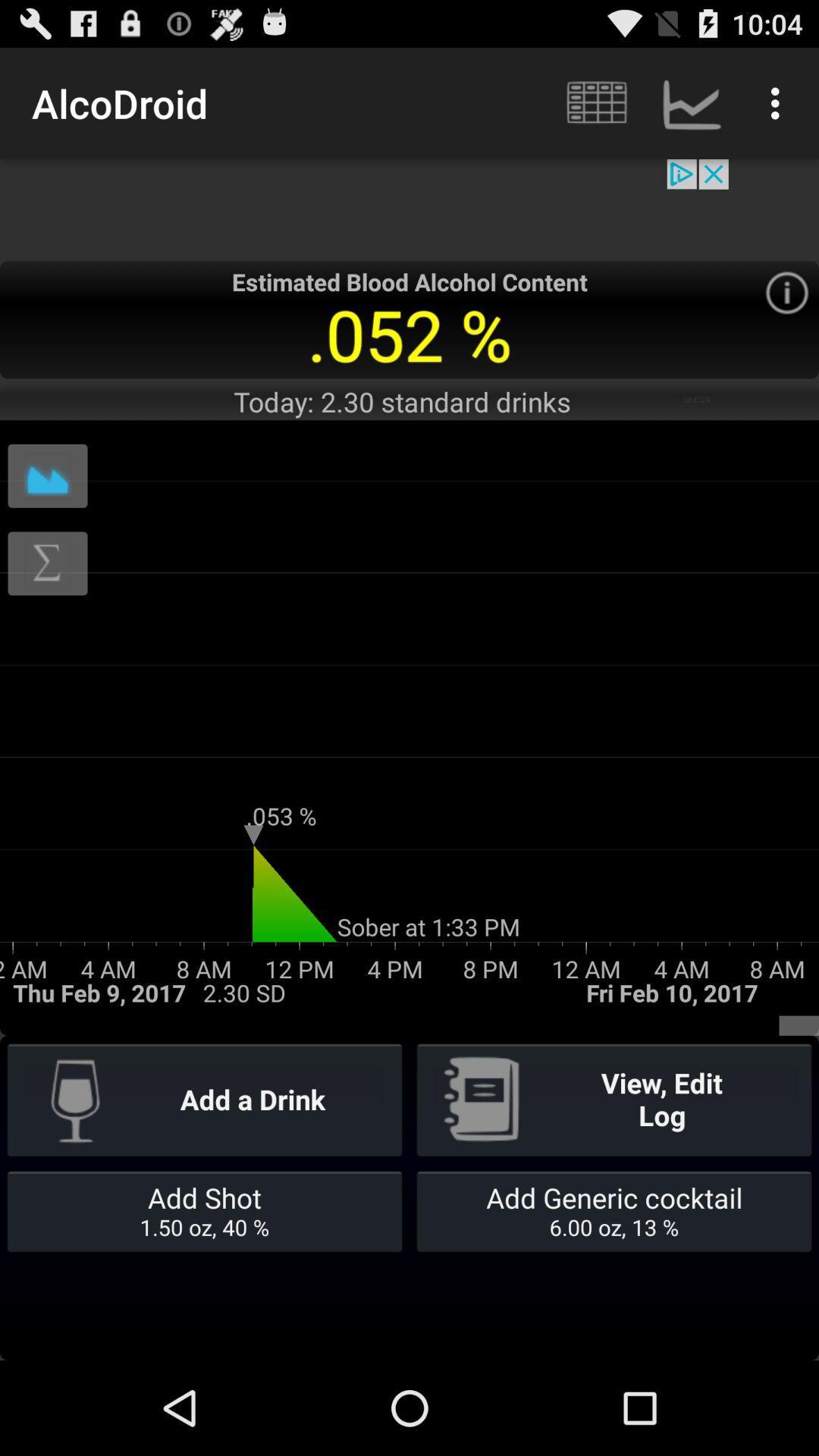 The width and height of the screenshot is (819, 1456). I want to click on advertisement, so click(409, 208).